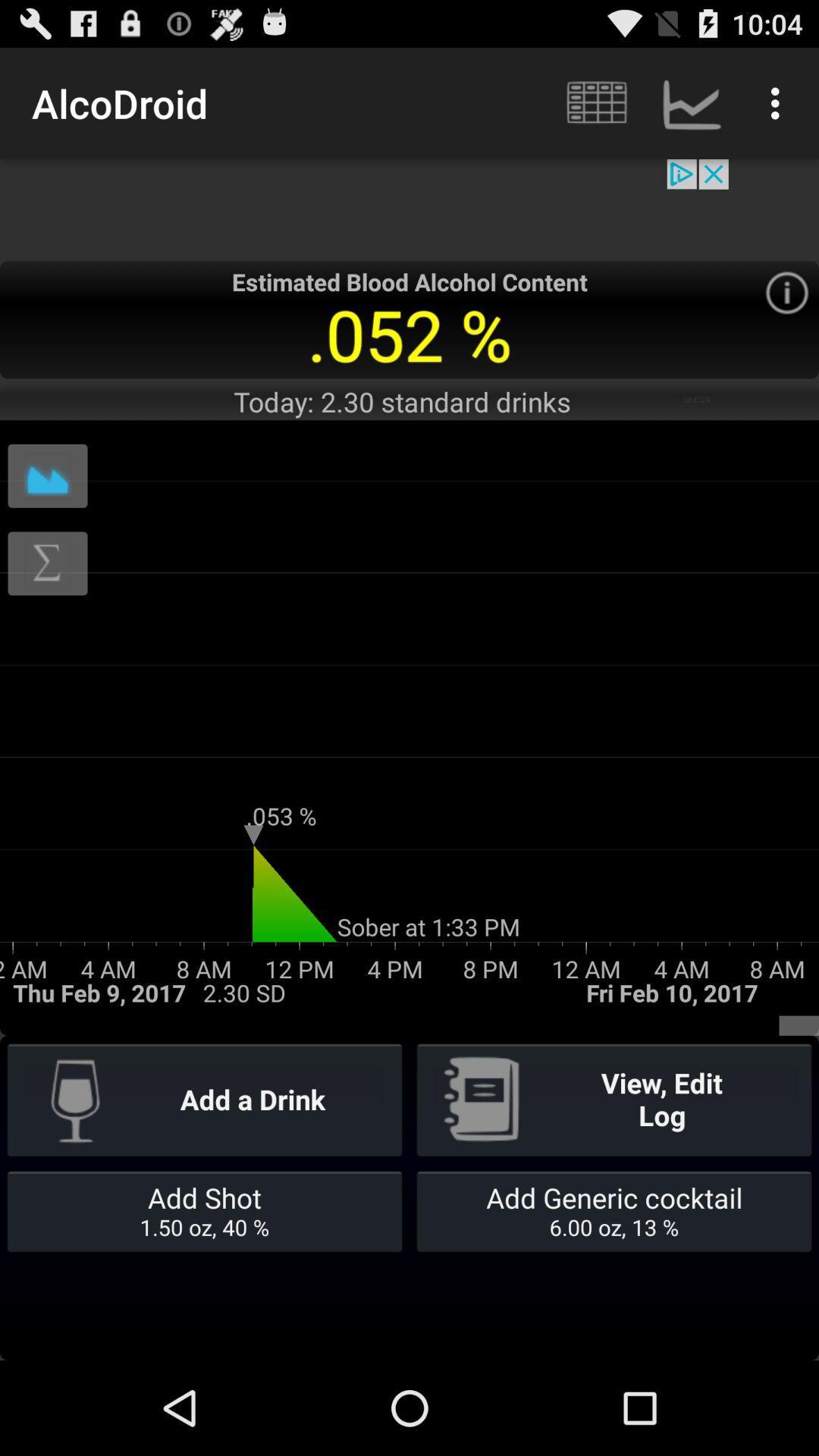 The width and height of the screenshot is (819, 1456). I want to click on advertisement, so click(409, 208).